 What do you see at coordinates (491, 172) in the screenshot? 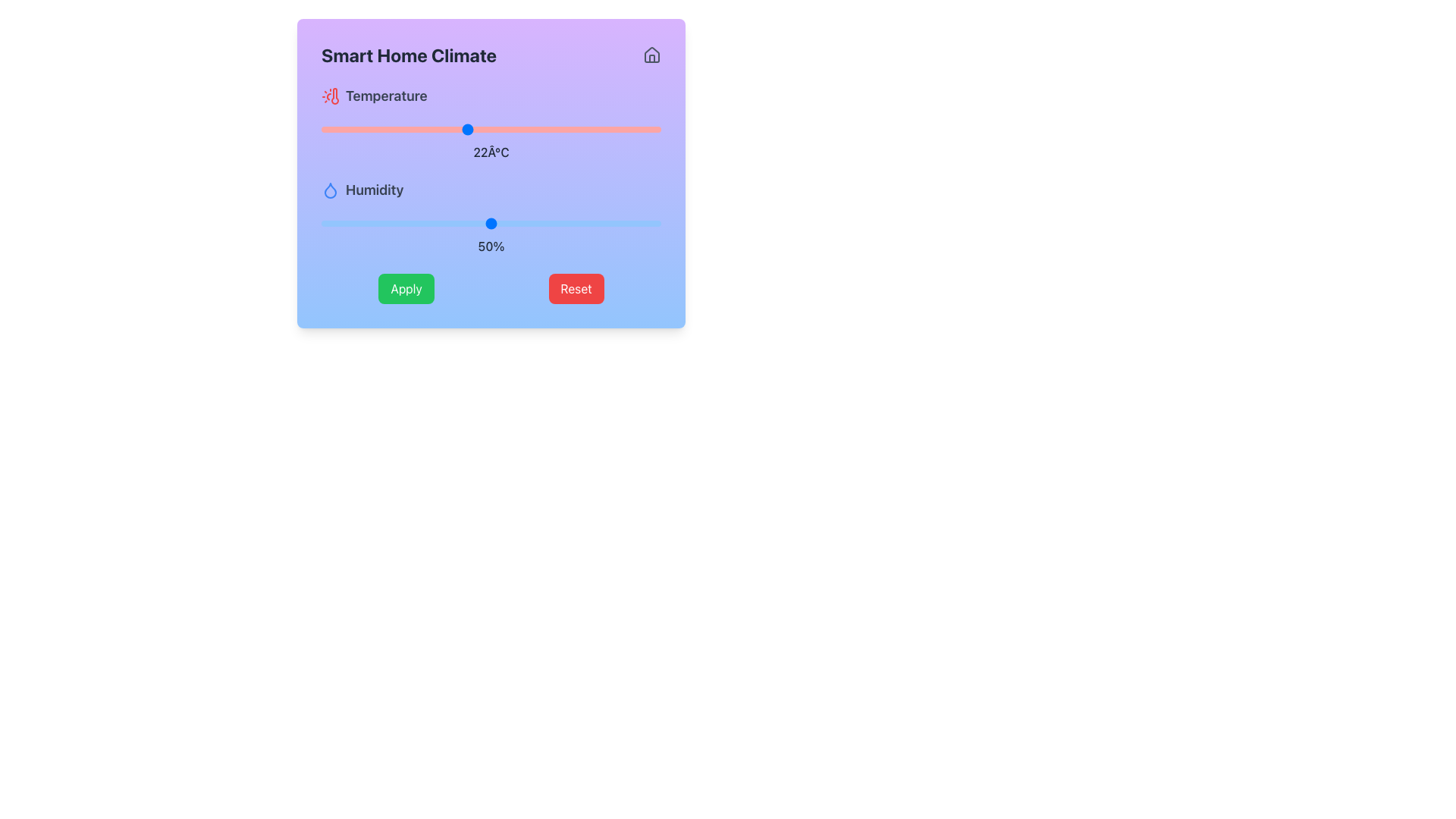
I see `the card-like UI component titled 'Smart Home Climate' that features temperature and humidity controls, located centrally in the interface` at bounding box center [491, 172].